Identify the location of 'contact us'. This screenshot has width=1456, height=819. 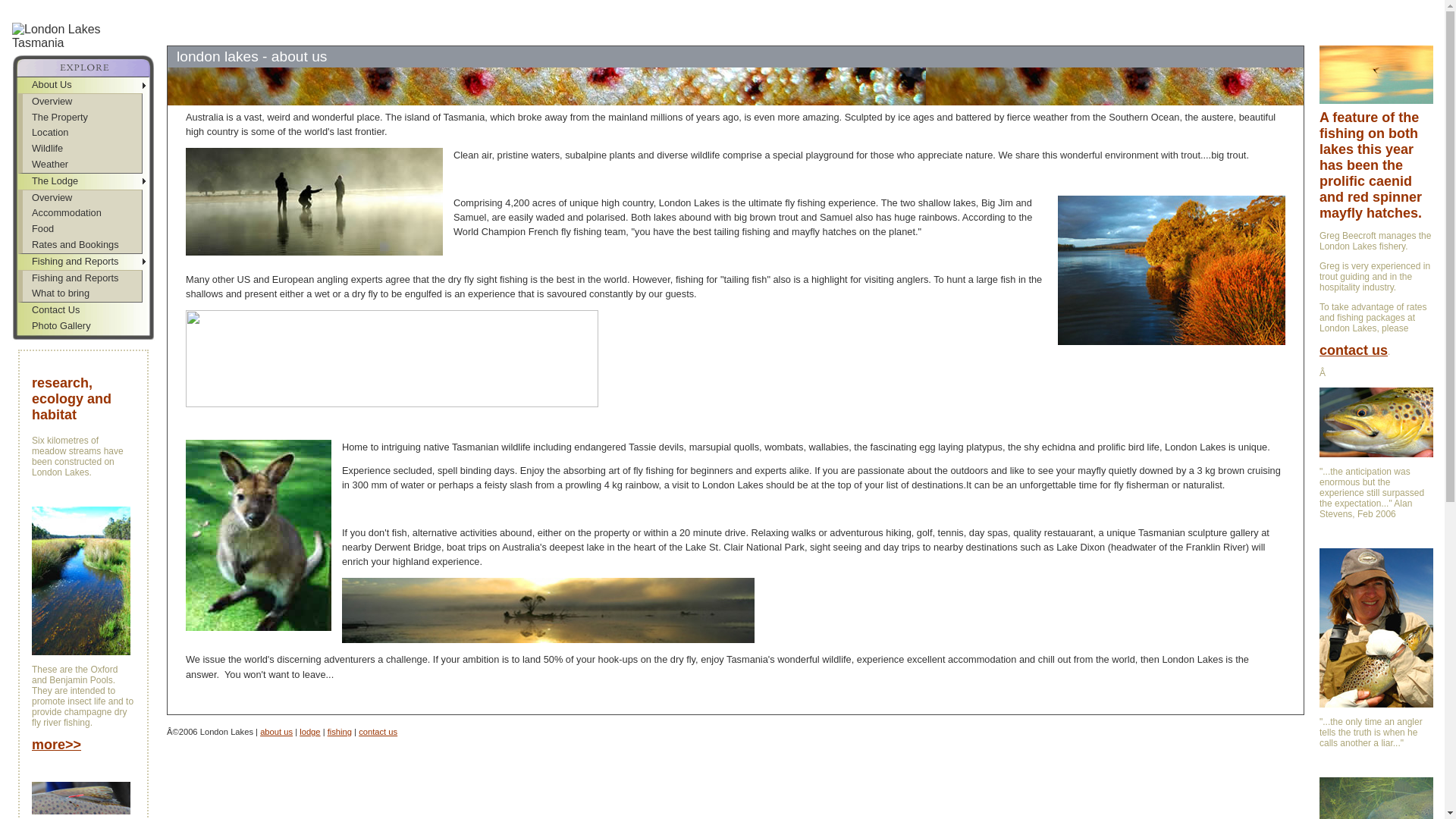
(358, 730).